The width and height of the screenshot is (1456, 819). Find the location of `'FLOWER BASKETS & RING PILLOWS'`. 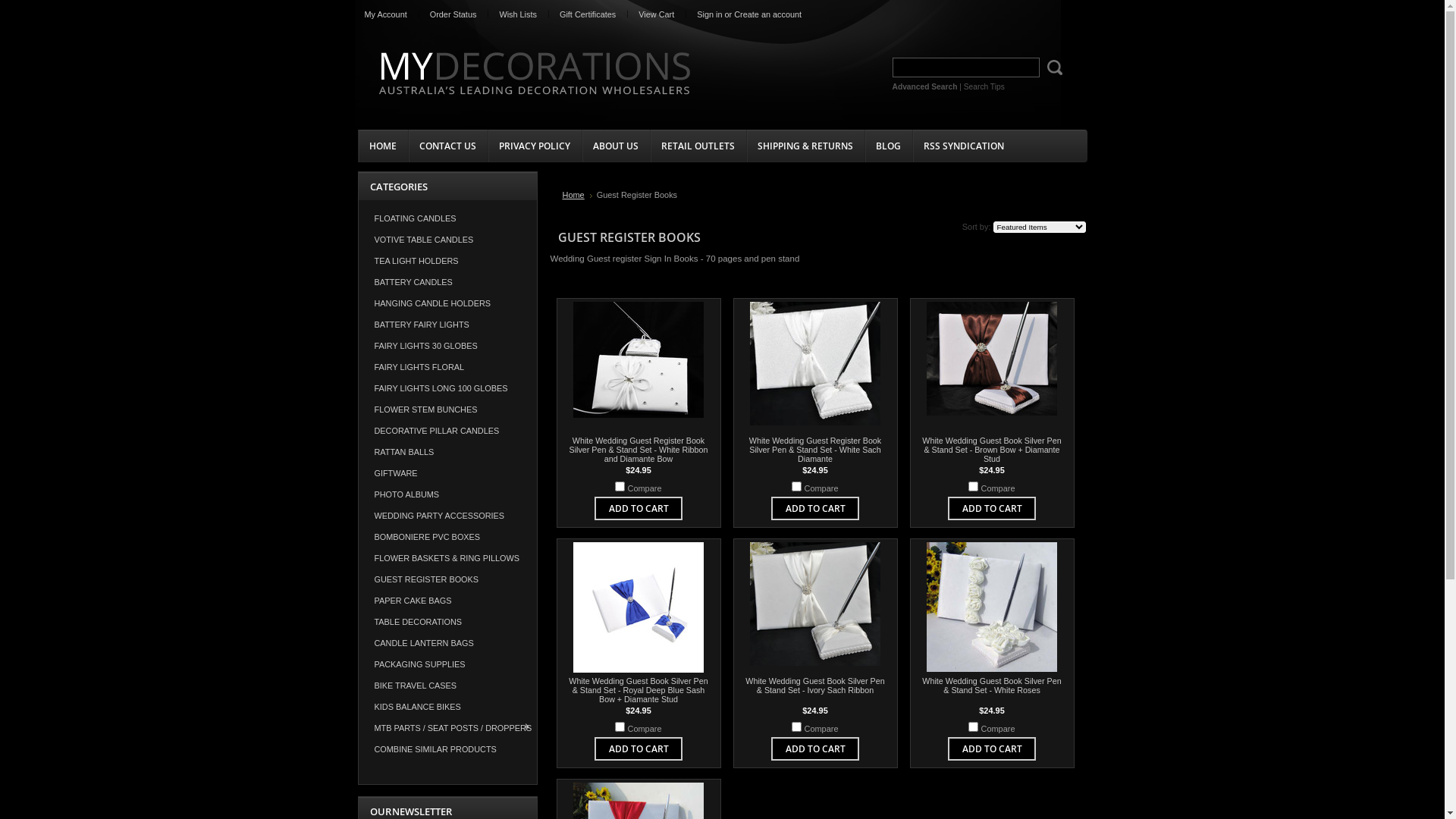

'FLOWER BASKETS & RING PILLOWS' is located at coordinates (356, 558).